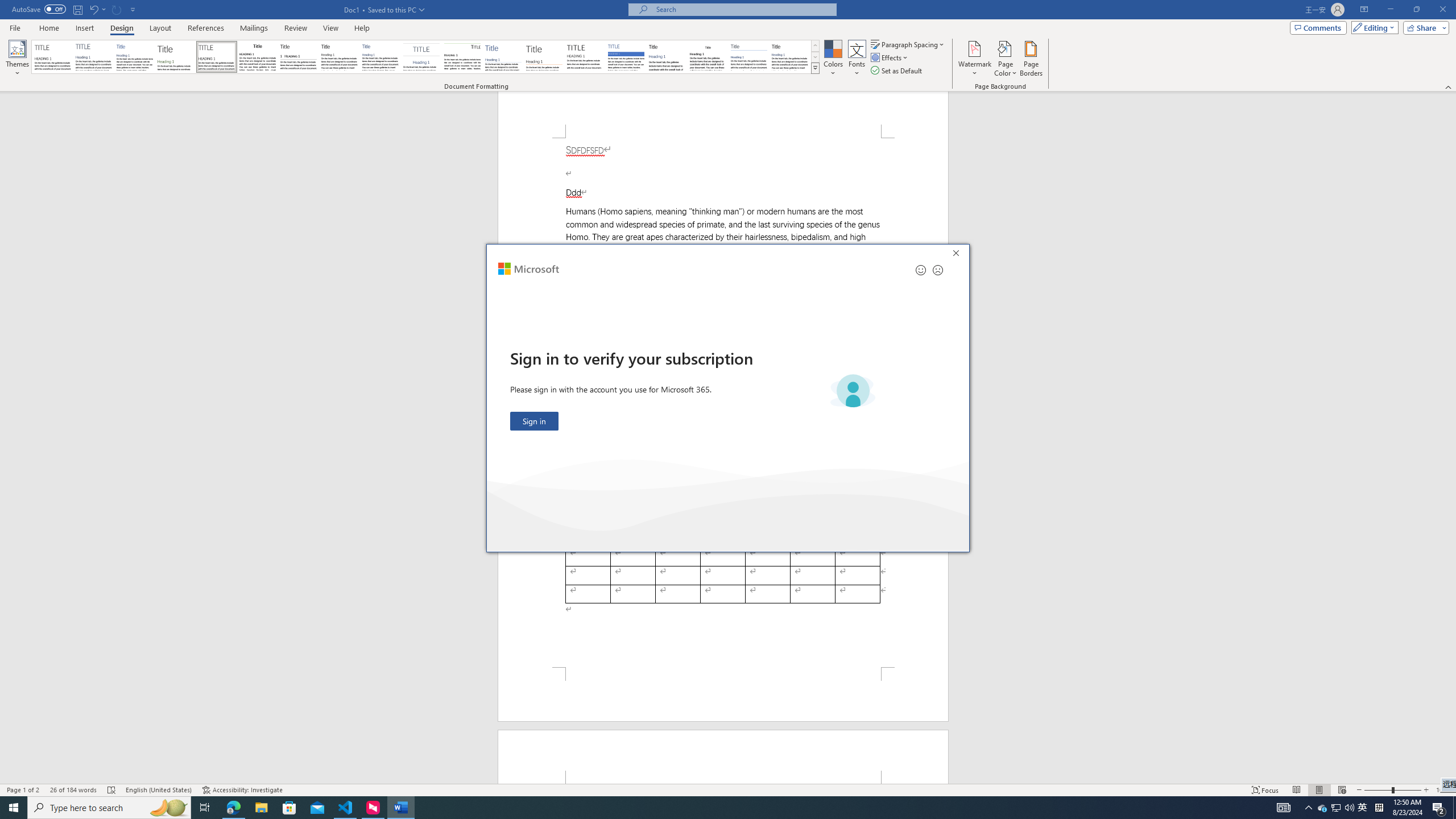 This screenshot has width=1456, height=819. What do you see at coordinates (93, 9) in the screenshot?
I see `'Undo Apply Quick Style Set'` at bounding box center [93, 9].